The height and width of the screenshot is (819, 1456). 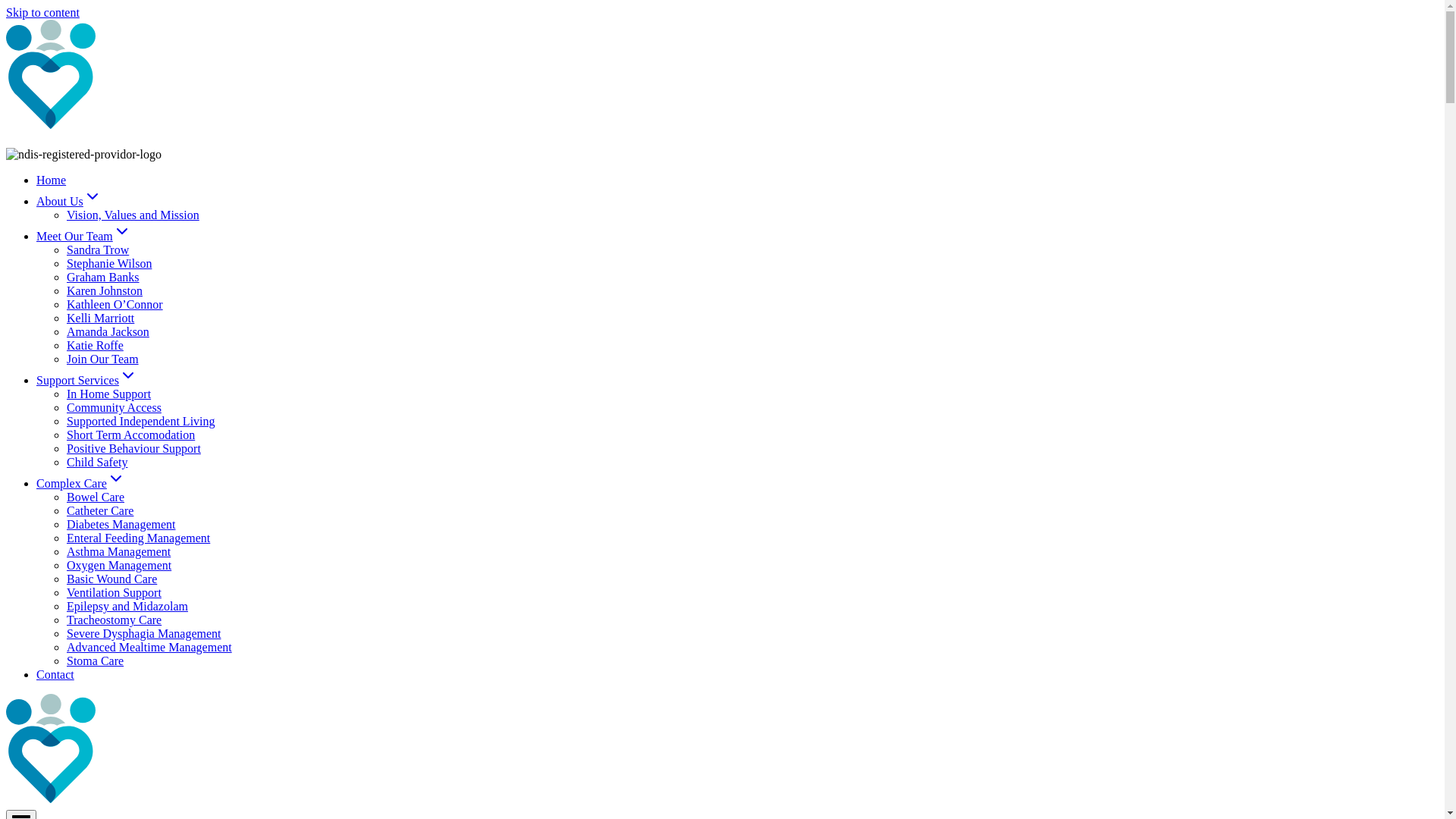 I want to click on 'Severe Dysphagia Management', so click(x=143, y=633).